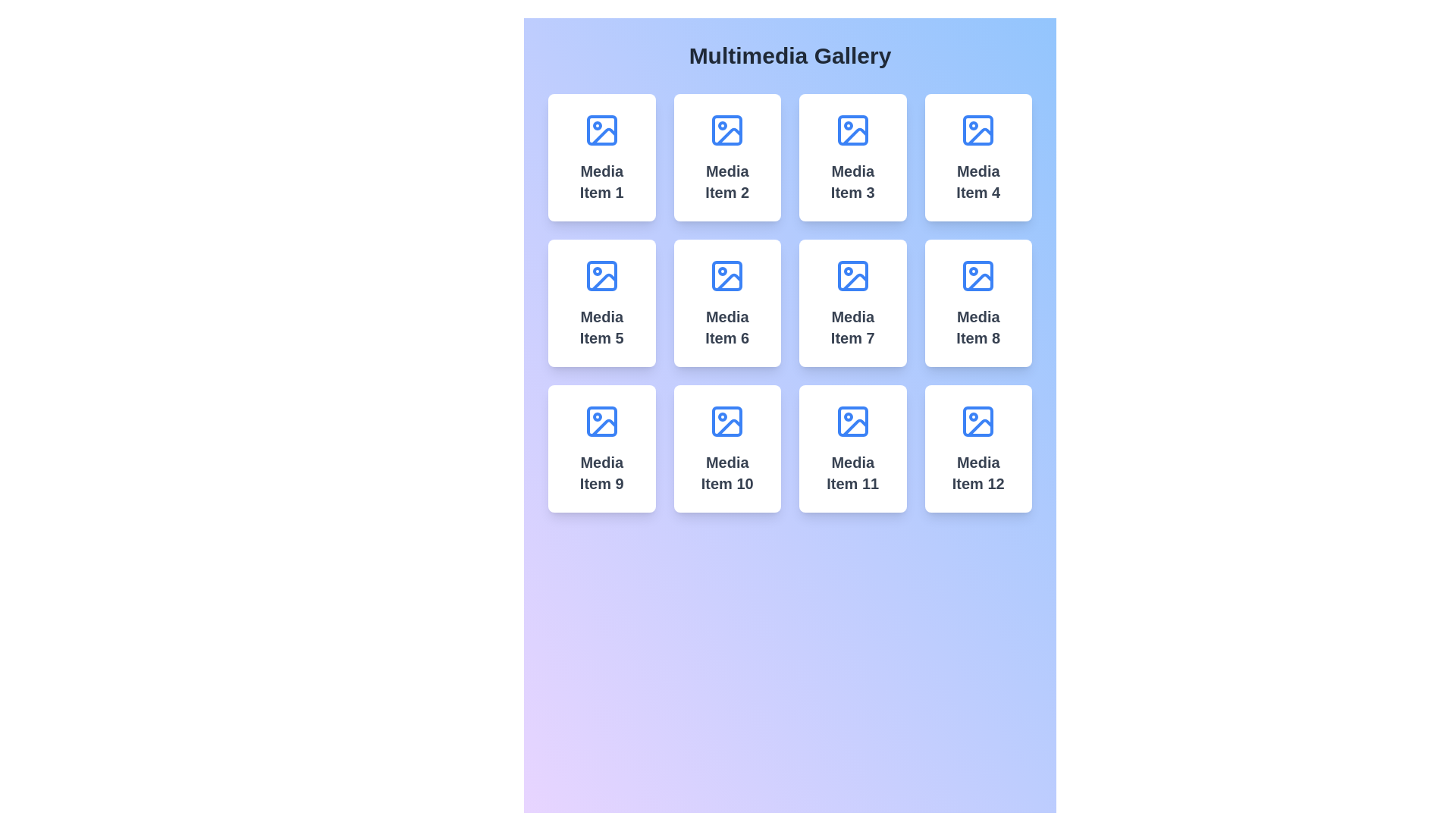  I want to click on the passive visual icon or image thumbnail representing 'Media Item 4', located in the fourth position of the first row of the grid layout, so click(978, 130).